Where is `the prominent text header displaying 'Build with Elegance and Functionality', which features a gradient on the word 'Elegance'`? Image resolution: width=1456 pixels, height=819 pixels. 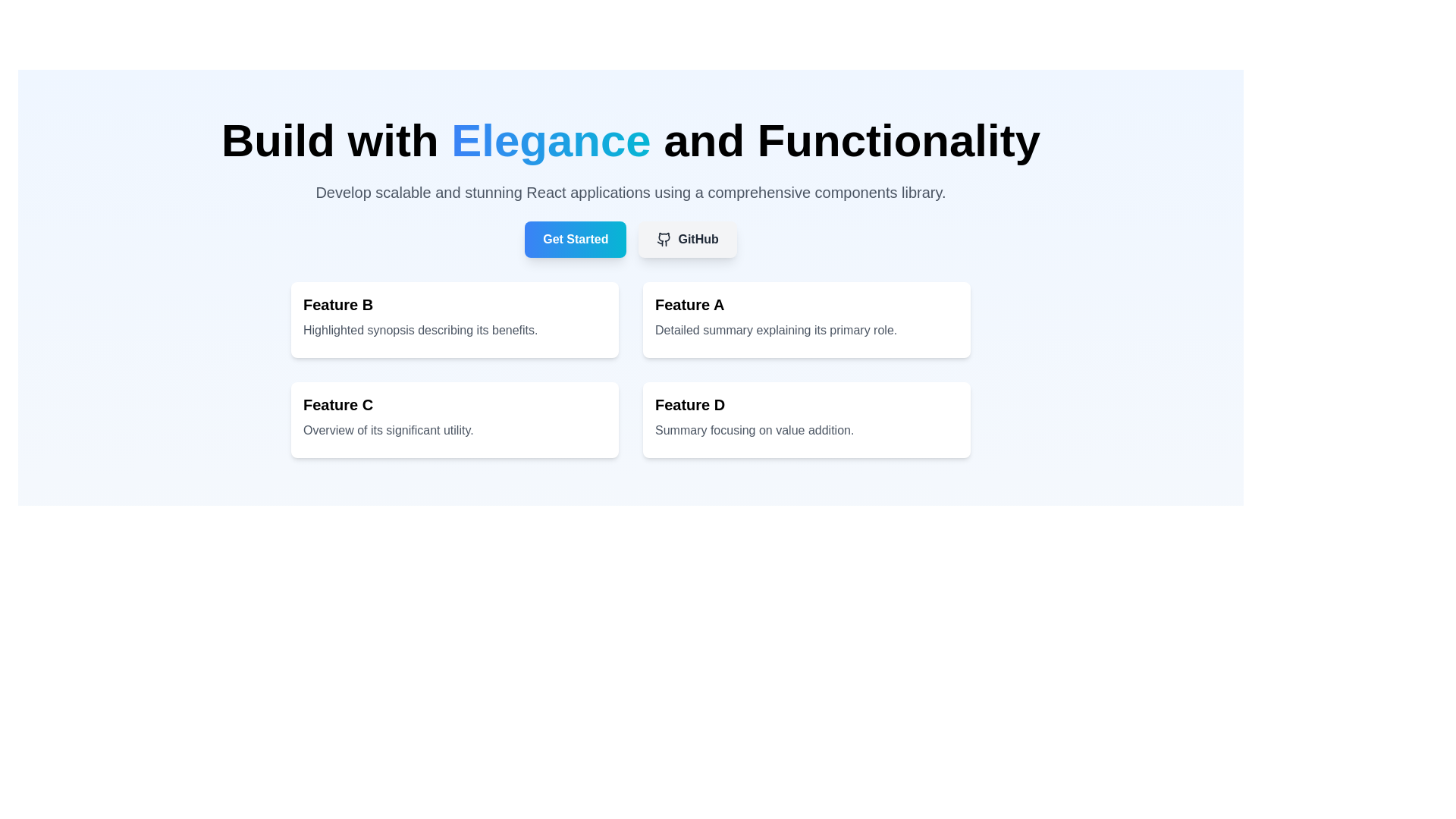
the prominent text header displaying 'Build with Elegance and Functionality', which features a gradient on the word 'Elegance' is located at coordinates (630, 140).